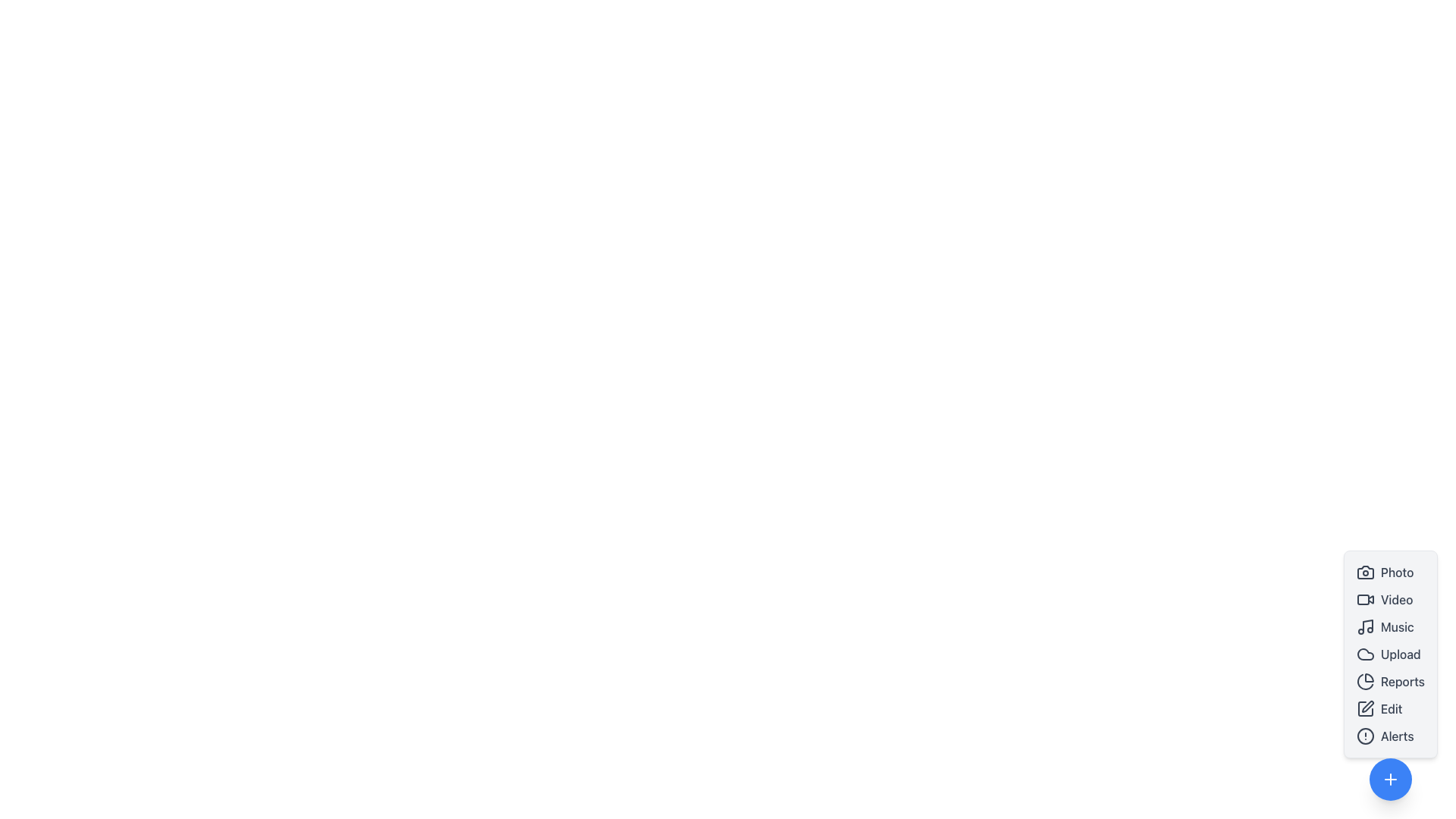  I want to click on the circular alert icon located at the bottom of the vertical menu column on the right side of the page, so click(1365, 736).